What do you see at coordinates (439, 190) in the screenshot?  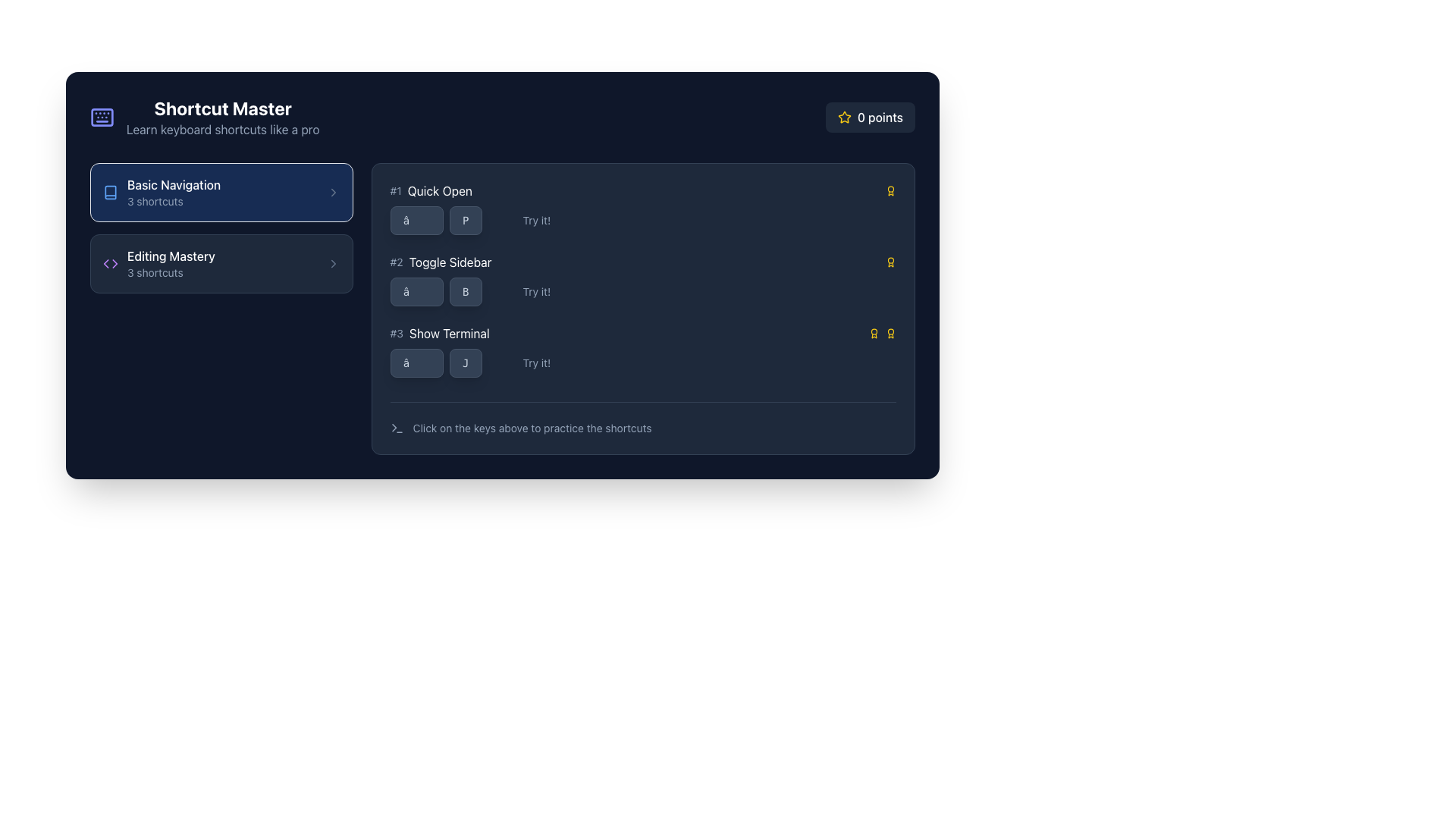 I see `the static text label that describes the first shortcut in the list, located beneath the 'Shortcut Master' title section` at bounding box center [439, 190].